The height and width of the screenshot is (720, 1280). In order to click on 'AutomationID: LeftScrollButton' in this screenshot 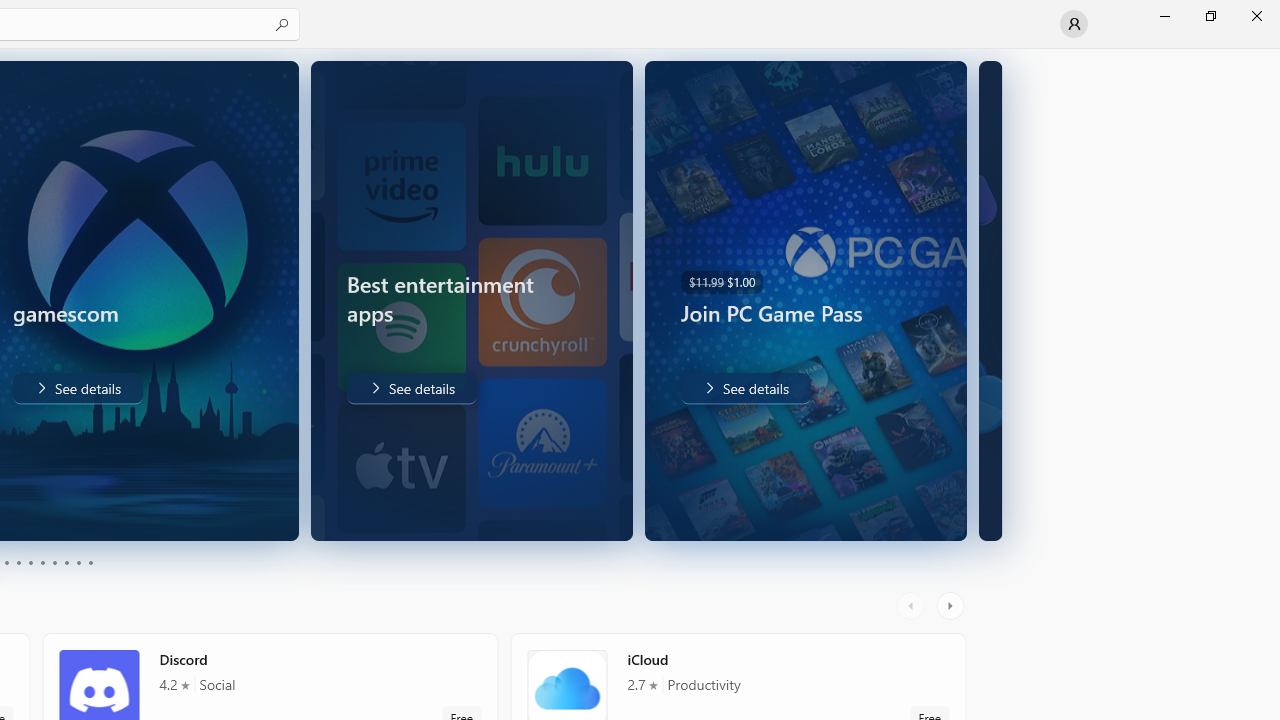, I will do `click(912, 605)`.